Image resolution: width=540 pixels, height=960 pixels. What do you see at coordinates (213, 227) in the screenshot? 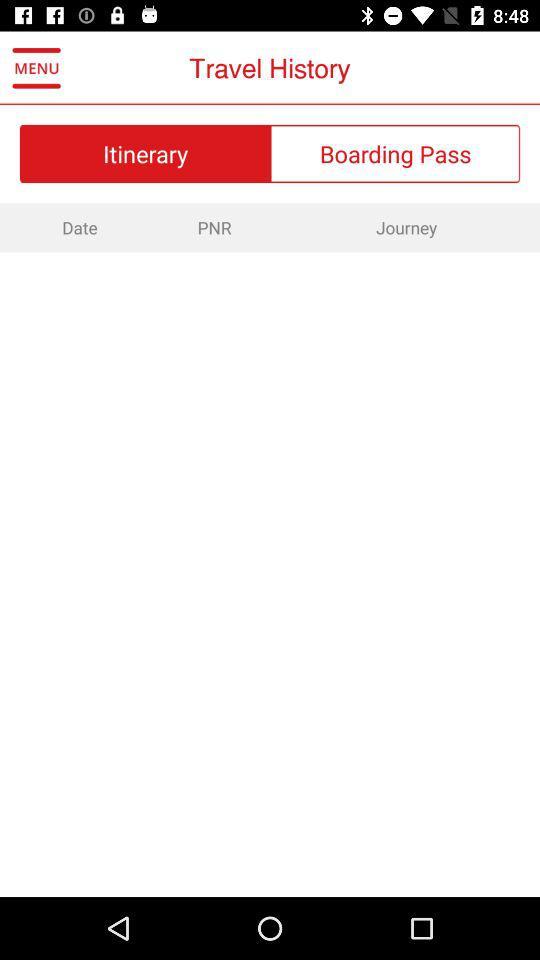
I see `the item below itinerary` at bounding box center [213, 227].